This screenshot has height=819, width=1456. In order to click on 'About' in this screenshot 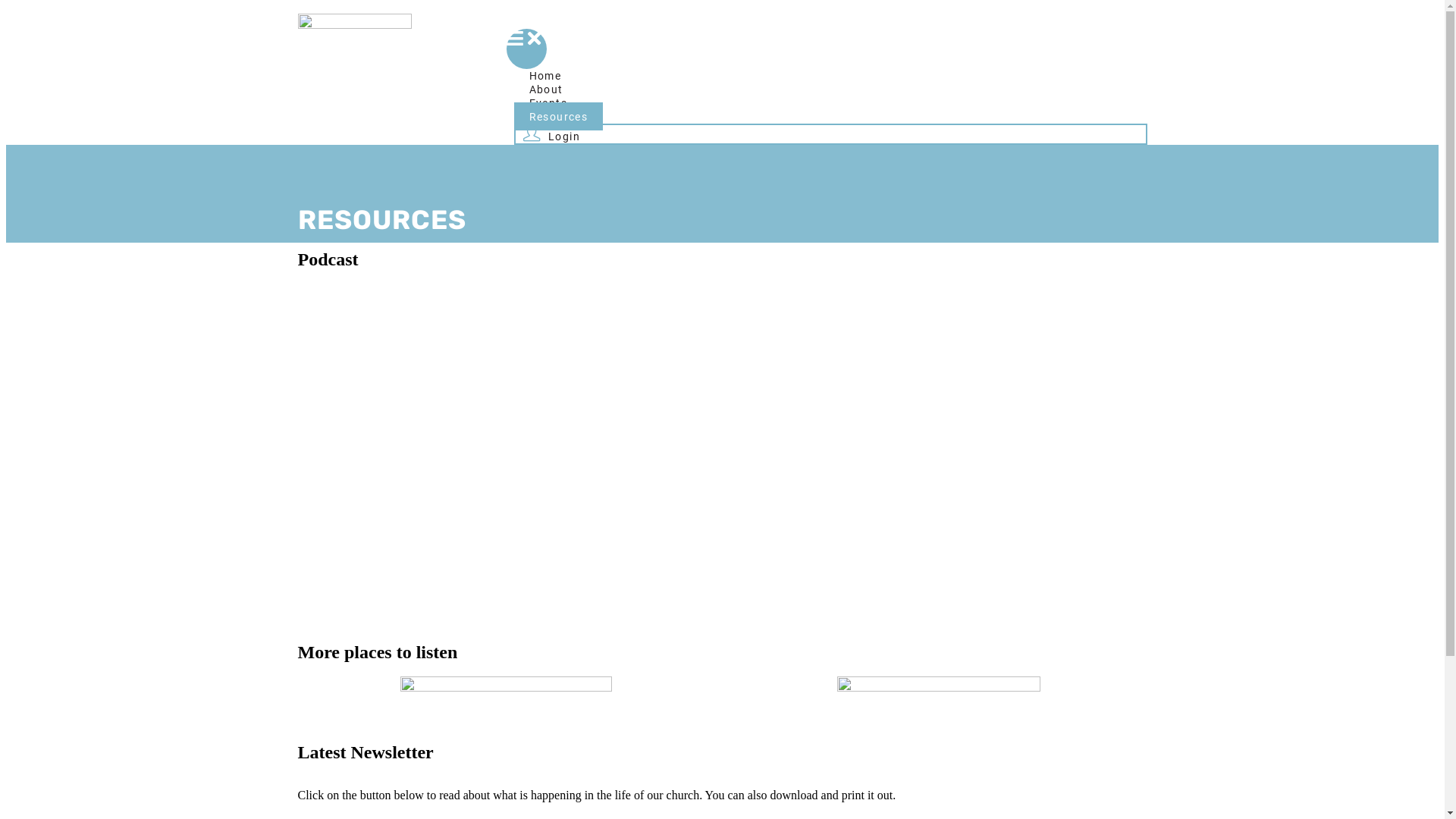, I will do `click(513, 89)`.